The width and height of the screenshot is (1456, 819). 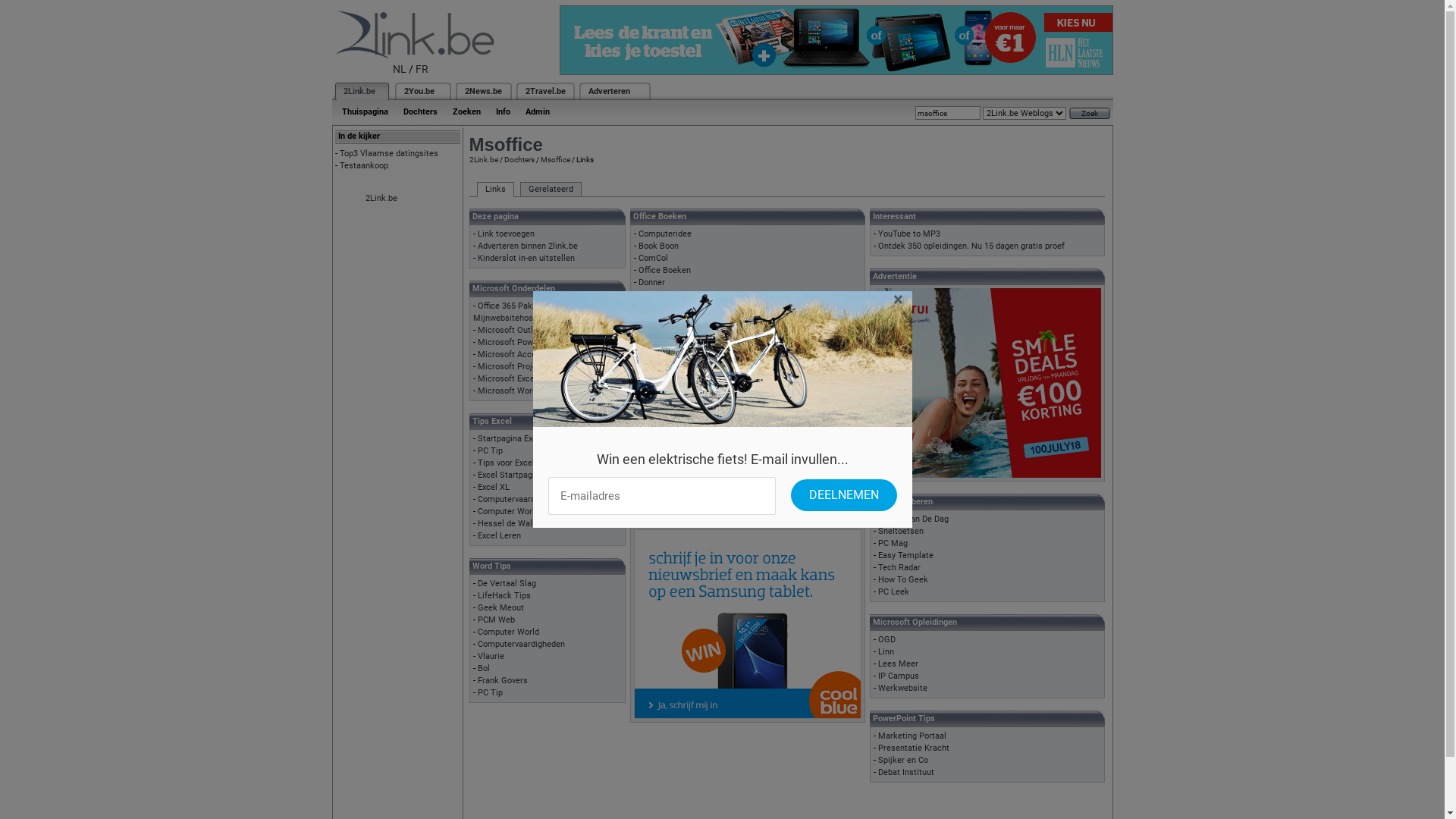 I want to click on 'Computer World', so click(x=508, y=632).